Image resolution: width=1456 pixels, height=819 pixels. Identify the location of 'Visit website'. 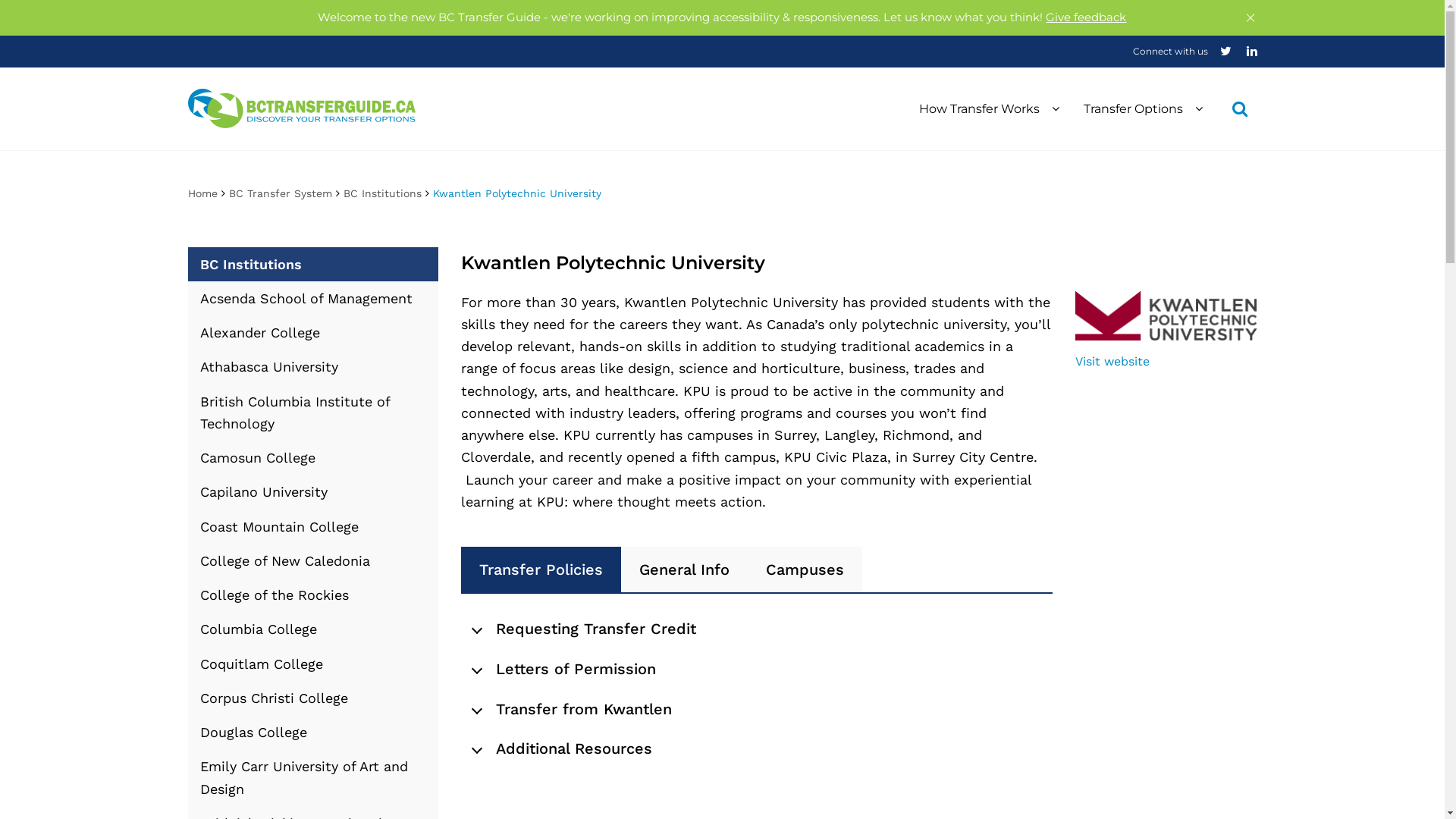
(1074, 361).